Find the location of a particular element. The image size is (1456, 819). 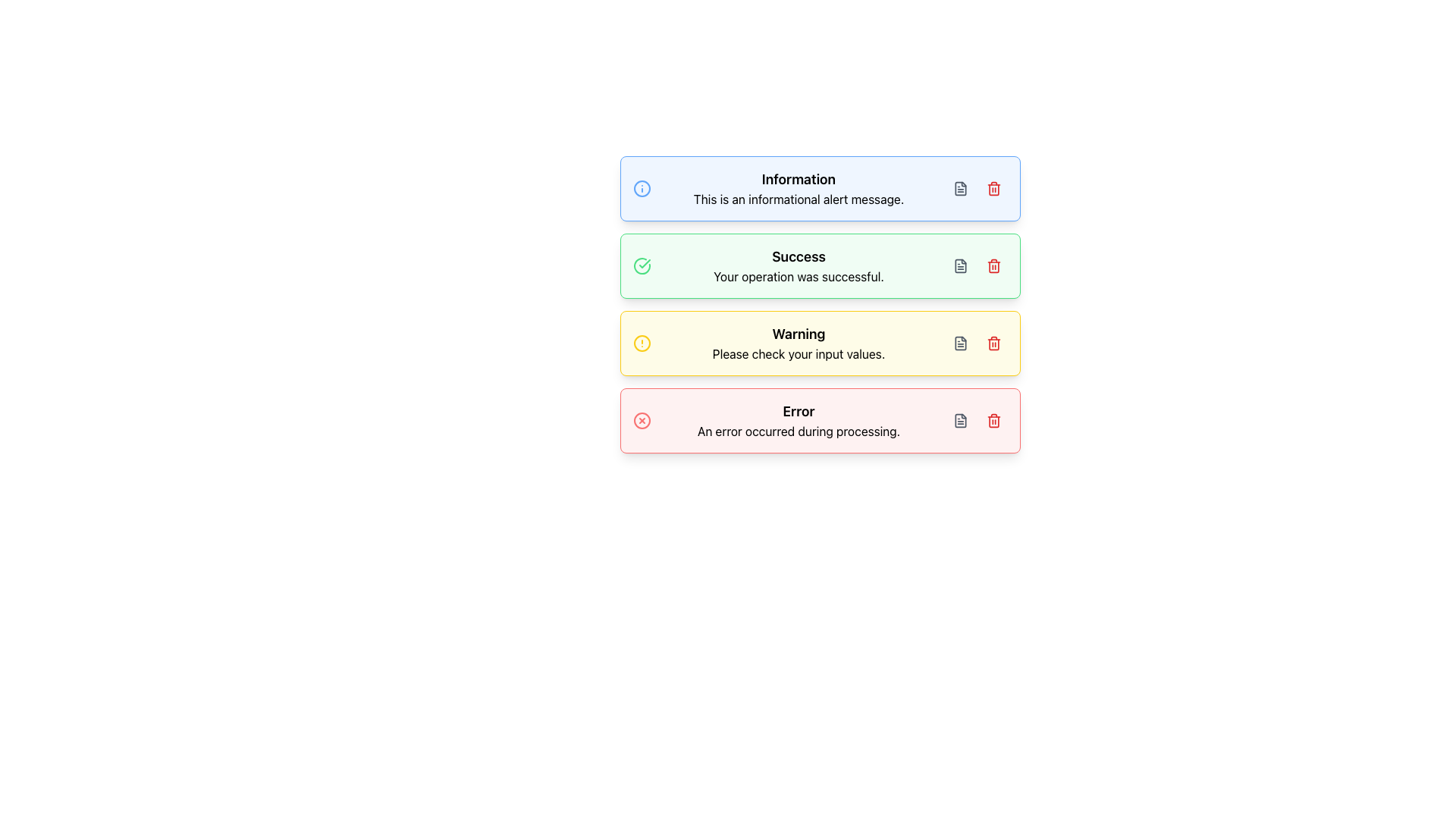

informational message displayed in the alert box labeled 'Information', which is positioned immediately below the label within the topmost alert box is located at coordinates (798, 198).